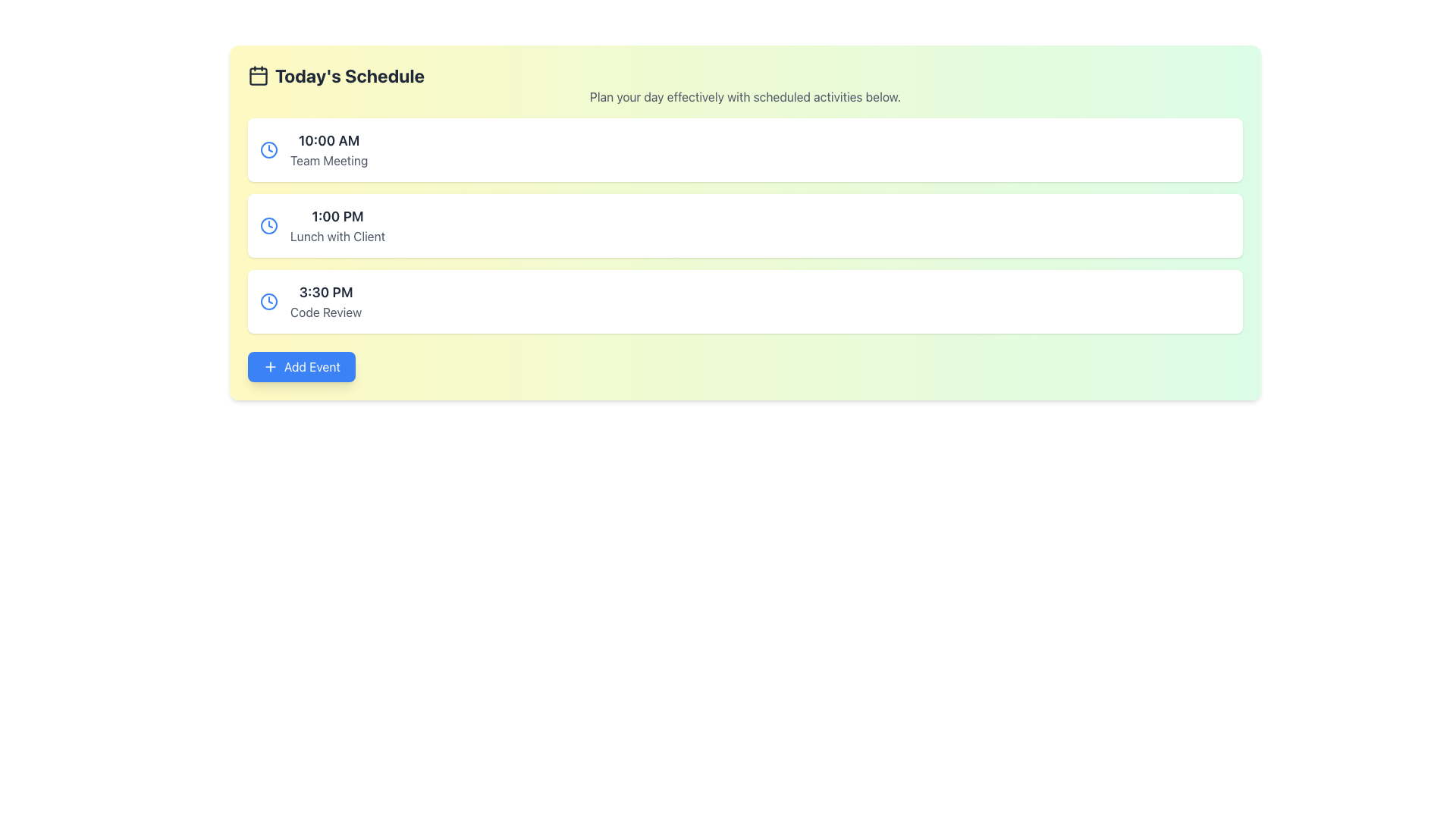 The image size is (1456, 819). I want to click on the descriptive label for the event scheduled at 10:00 AM in the 'Today's Schedule' list, located below the '10:00 AM' text, so click(328, 161).